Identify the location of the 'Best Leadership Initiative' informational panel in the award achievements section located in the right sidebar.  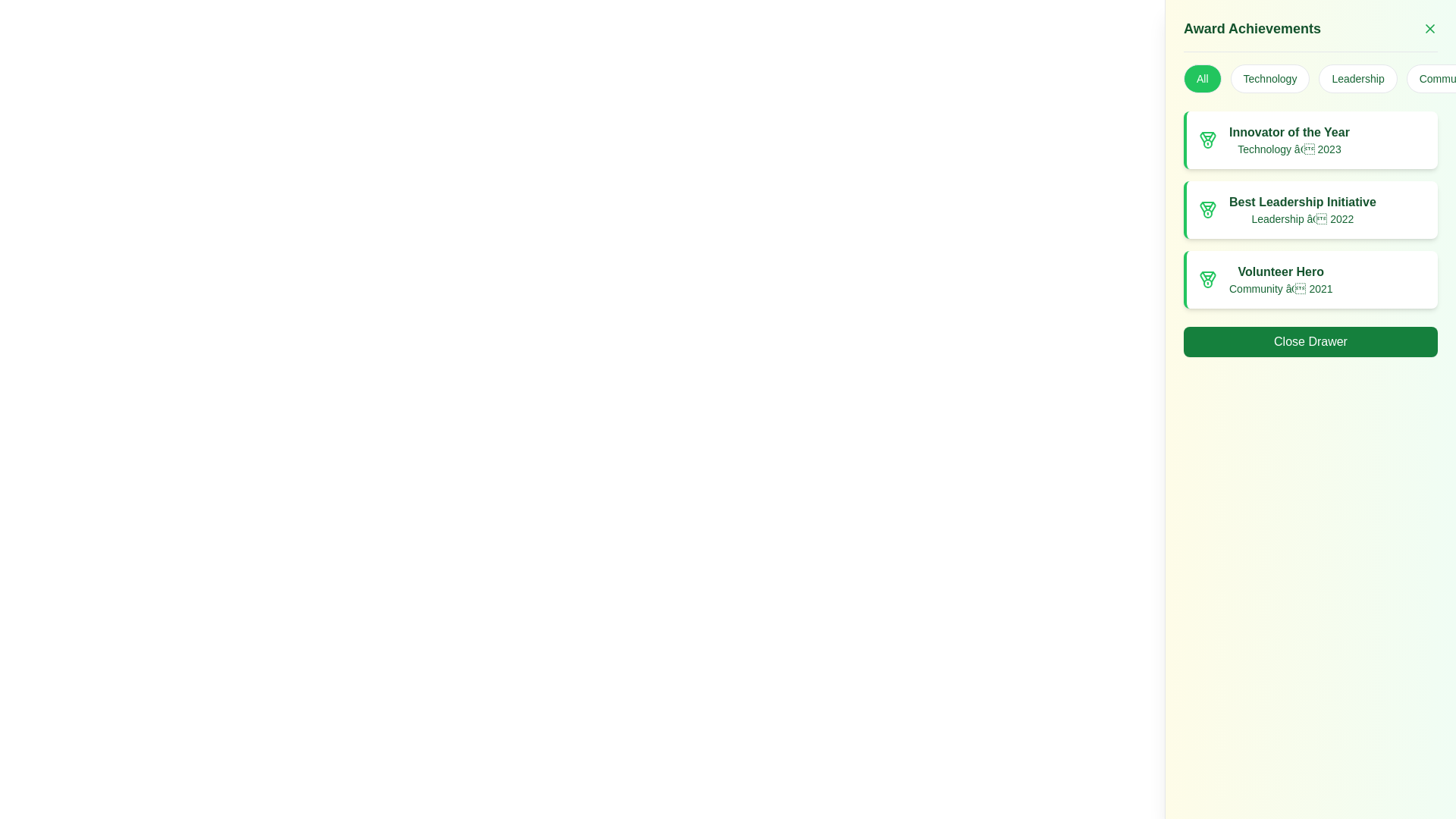
(1310, 210).